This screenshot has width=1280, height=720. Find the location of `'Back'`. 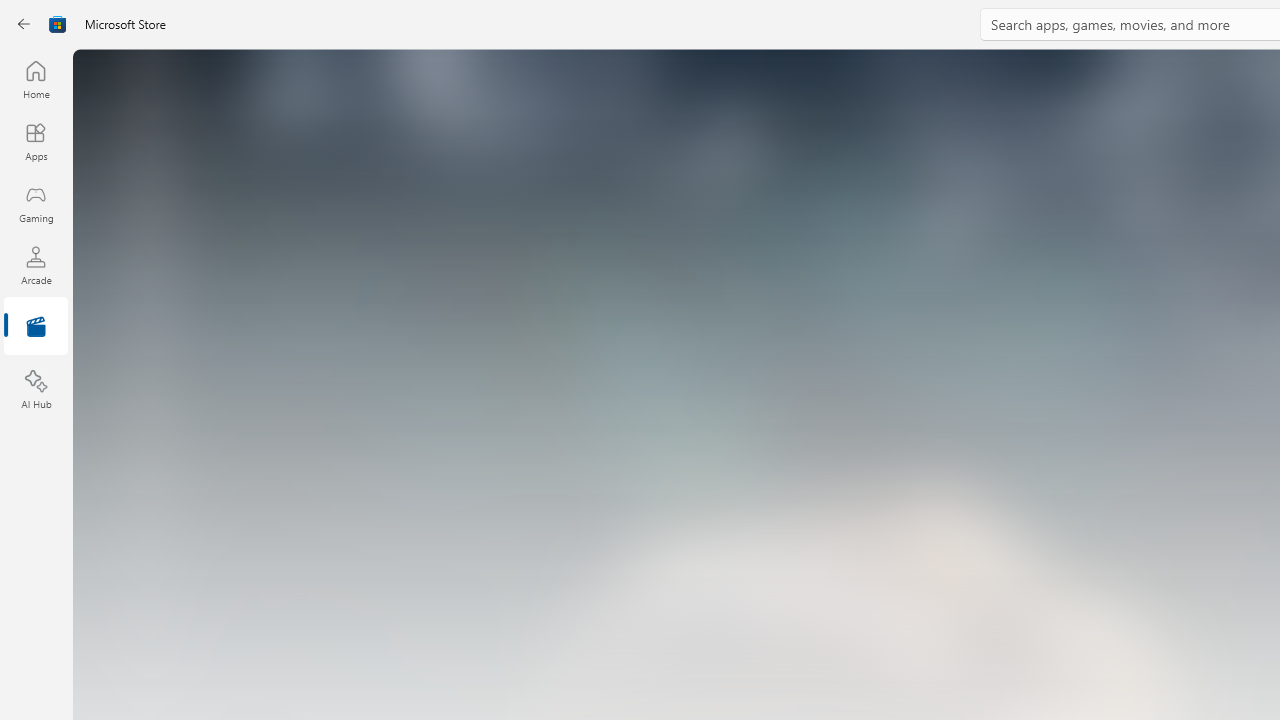

'Back' is located at coordinates (24, 24).